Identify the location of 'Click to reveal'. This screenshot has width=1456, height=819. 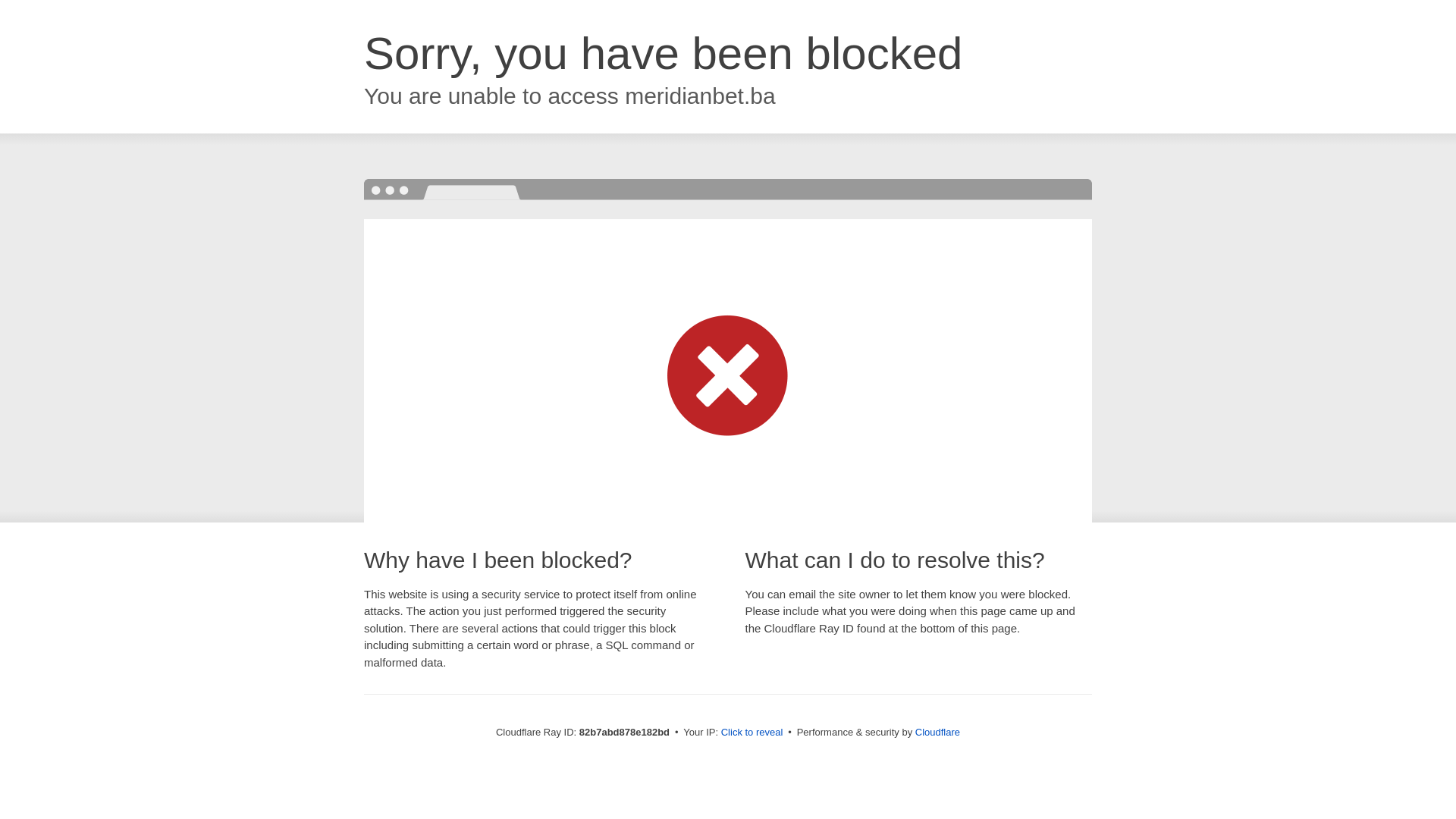
(752, 731).